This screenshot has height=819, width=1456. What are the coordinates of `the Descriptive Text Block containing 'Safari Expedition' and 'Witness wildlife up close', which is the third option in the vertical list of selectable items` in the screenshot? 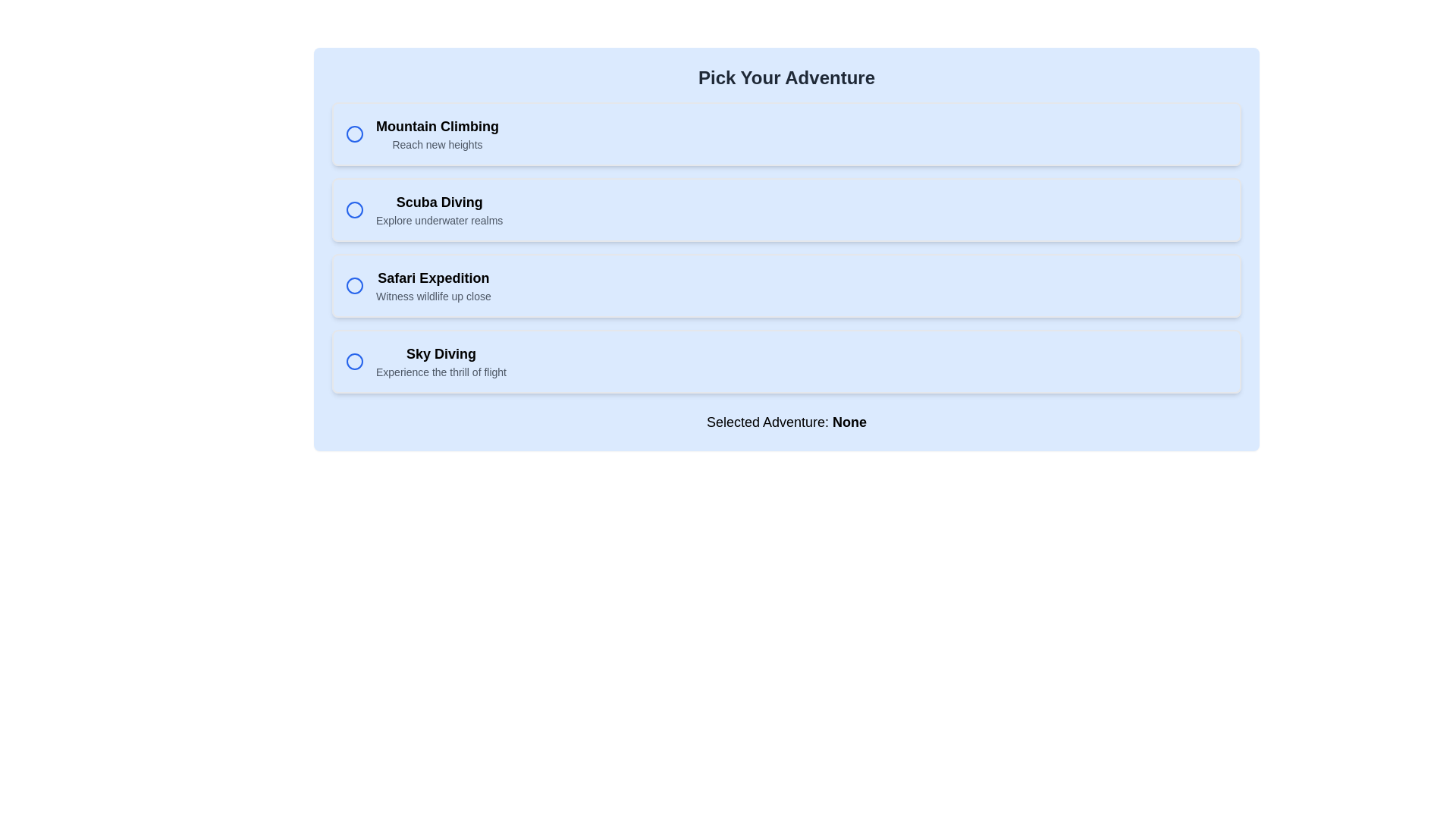 It's located at (432, 286).